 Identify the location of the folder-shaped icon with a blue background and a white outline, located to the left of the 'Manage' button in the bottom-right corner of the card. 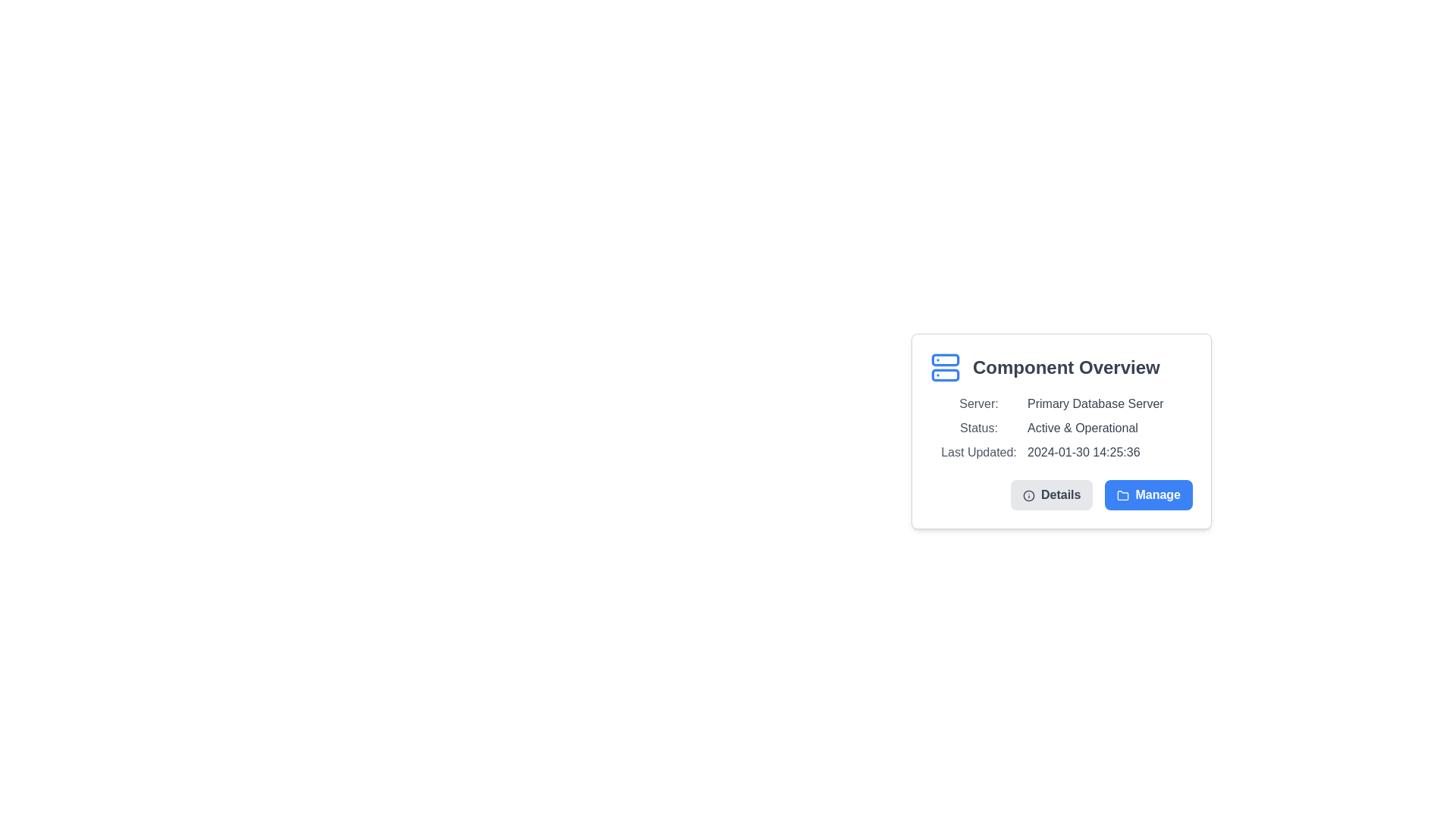
(1123, 495).